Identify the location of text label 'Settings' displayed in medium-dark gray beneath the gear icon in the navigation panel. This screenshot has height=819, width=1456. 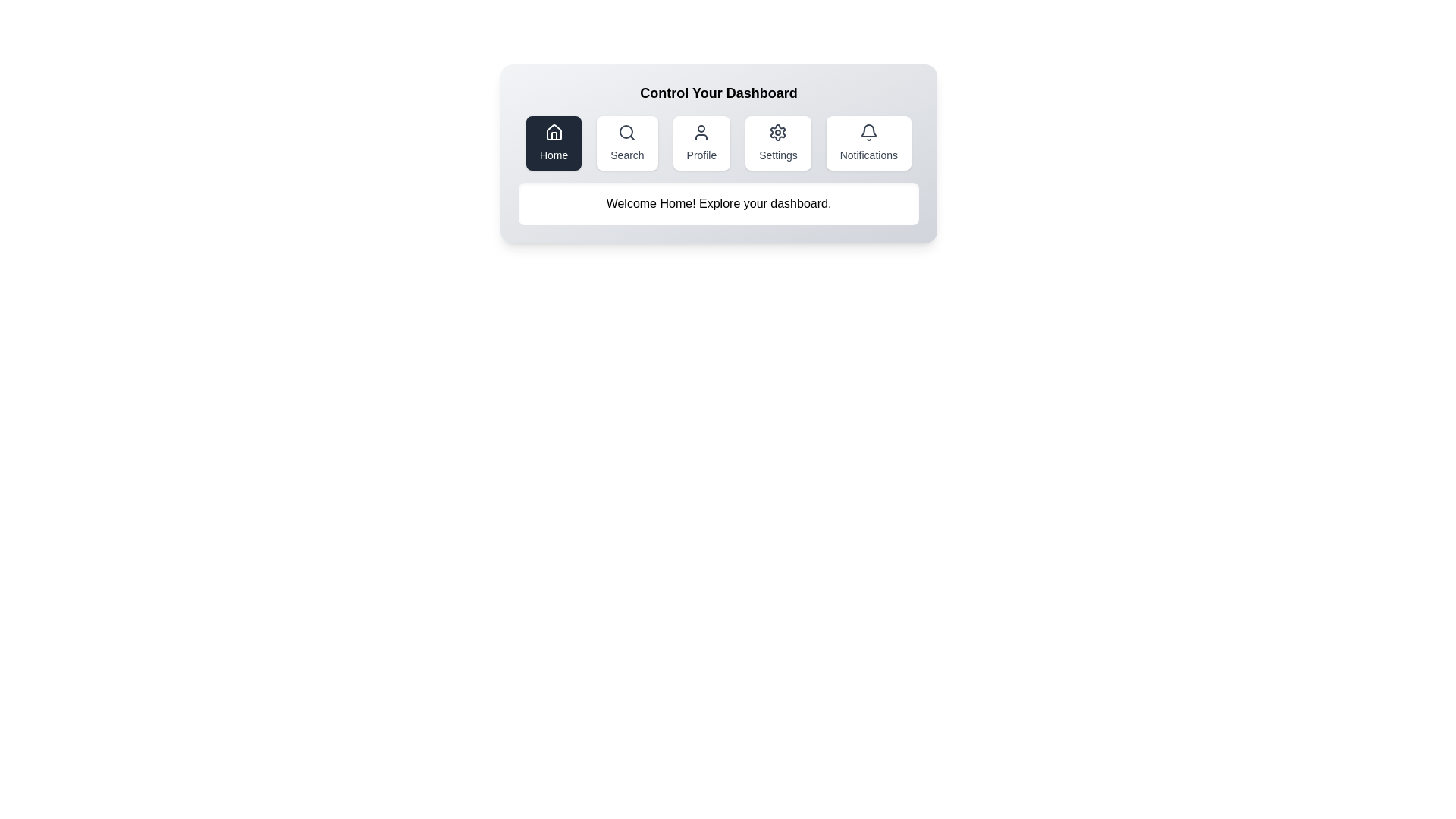
(778, 155).